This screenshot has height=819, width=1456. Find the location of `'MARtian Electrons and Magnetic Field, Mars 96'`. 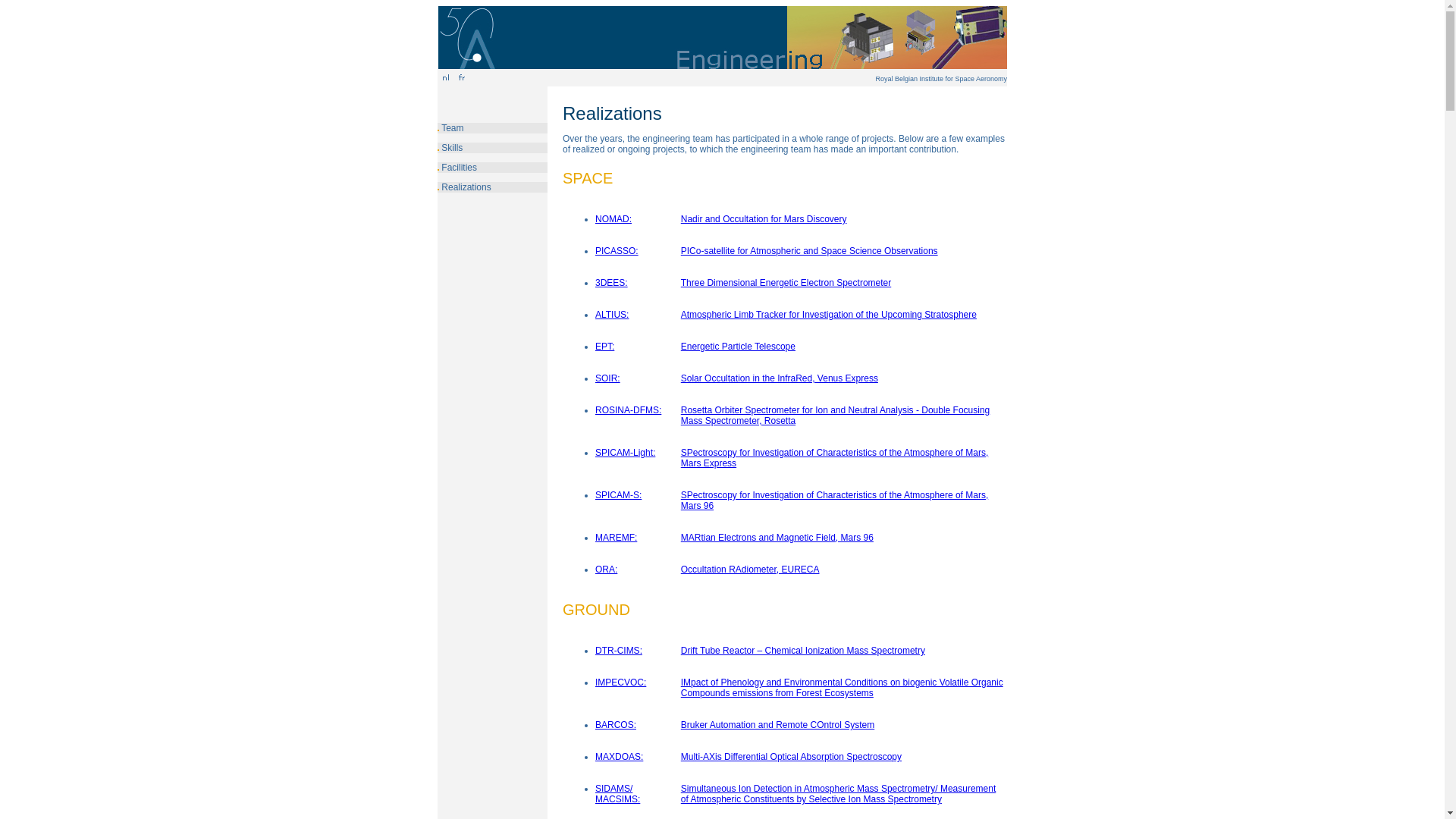

'MARtian Electrons and Magnetic Field, Mars 96' is located at coordinates (777, 537).